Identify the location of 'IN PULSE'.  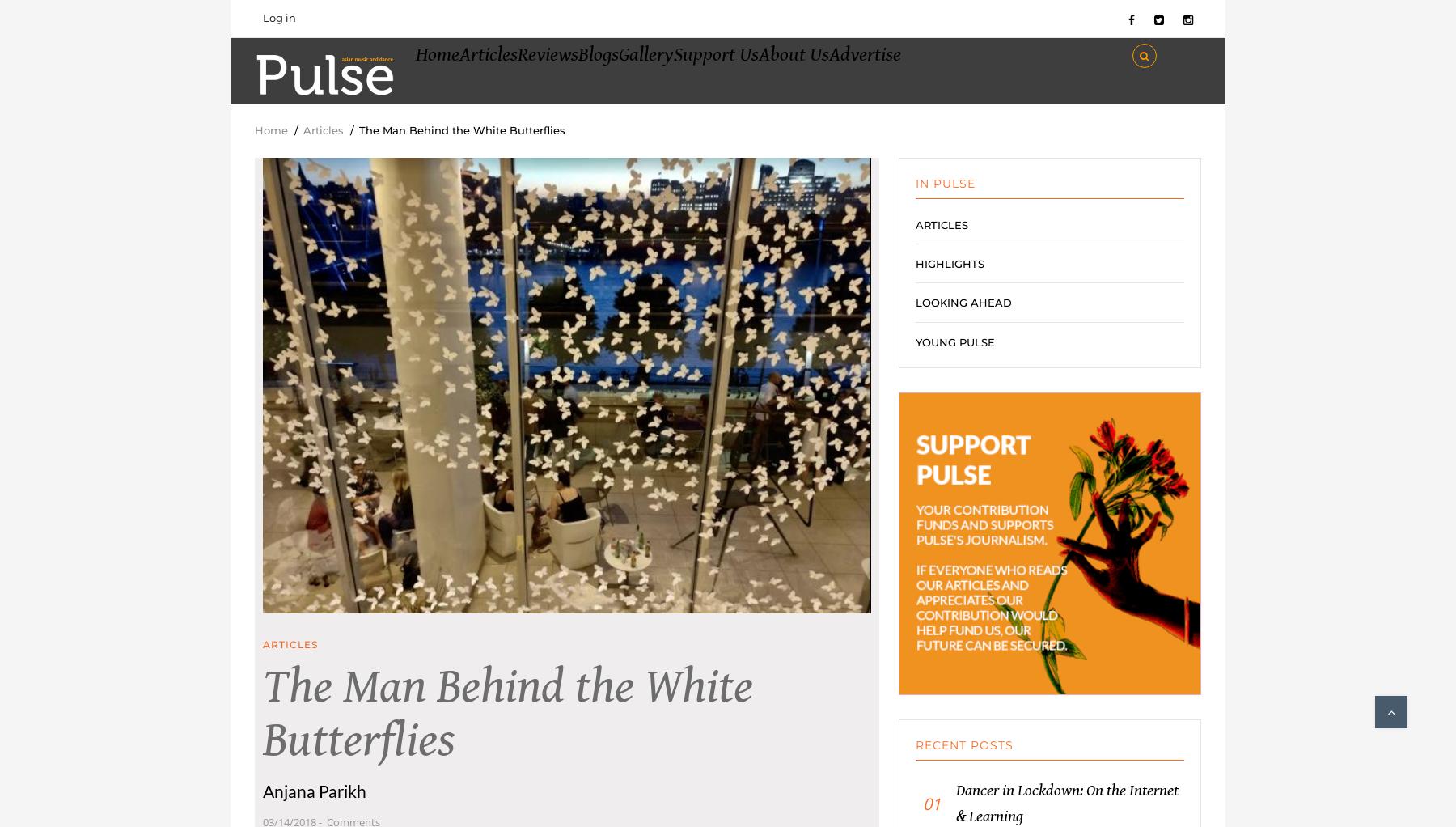
(944, 197).